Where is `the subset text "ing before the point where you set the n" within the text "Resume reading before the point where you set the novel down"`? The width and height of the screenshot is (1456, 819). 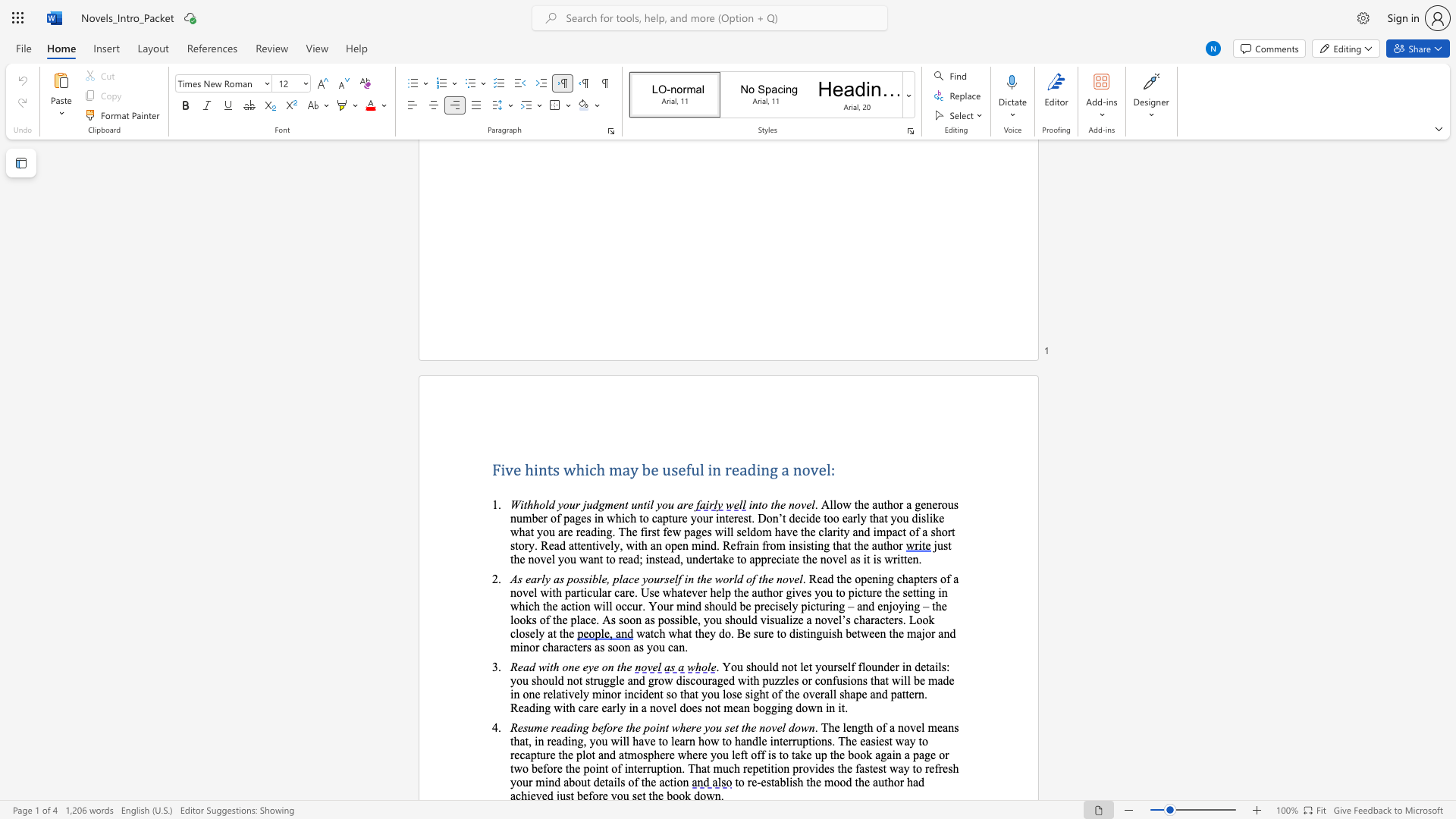 the subset text "ing before the point where you set the n" within the text "Resume reading before the point where you set the novel down" is located at coordinates (573, 726).